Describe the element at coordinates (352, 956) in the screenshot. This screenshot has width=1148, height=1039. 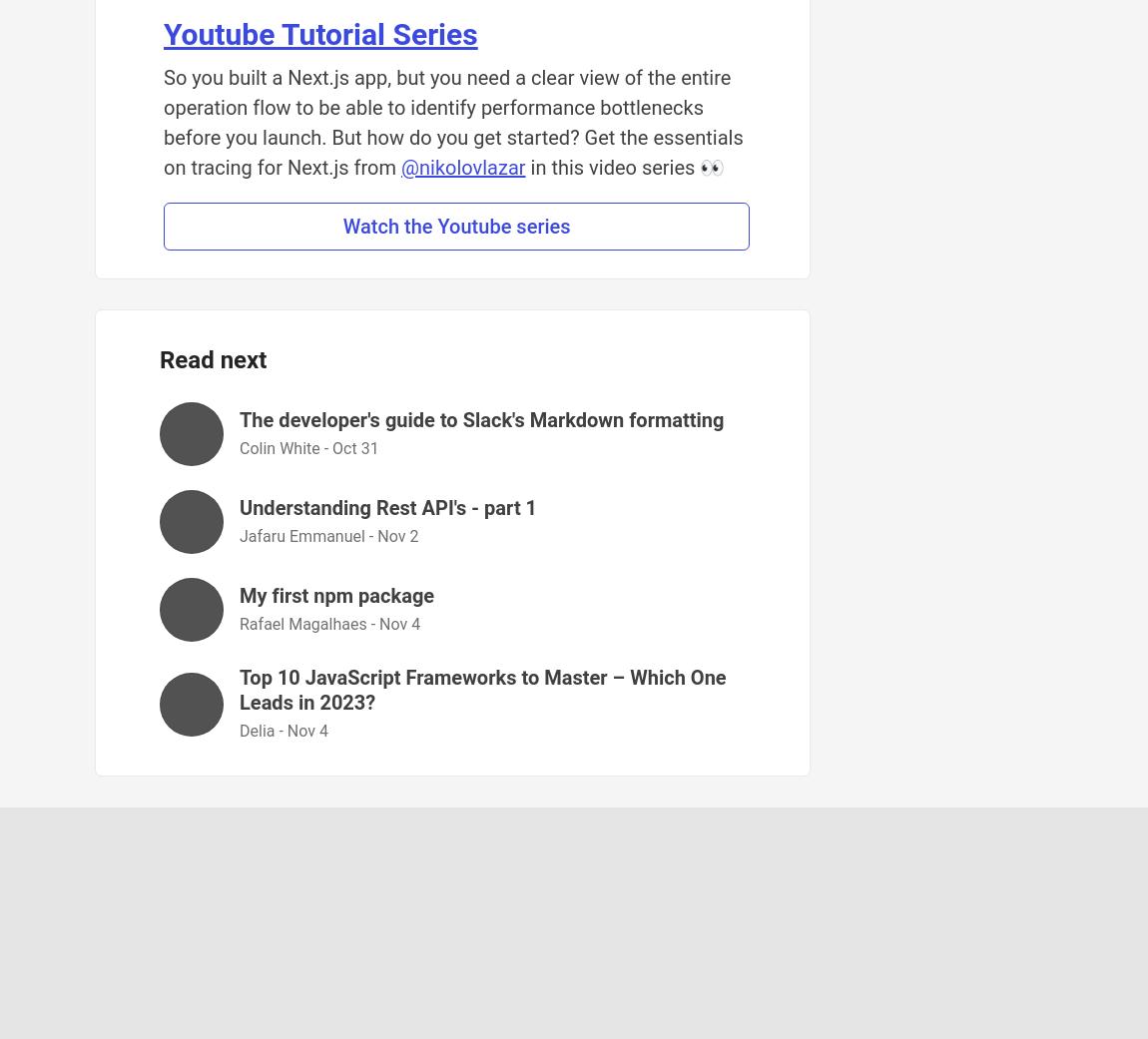
I see `'Forem'` at that location.